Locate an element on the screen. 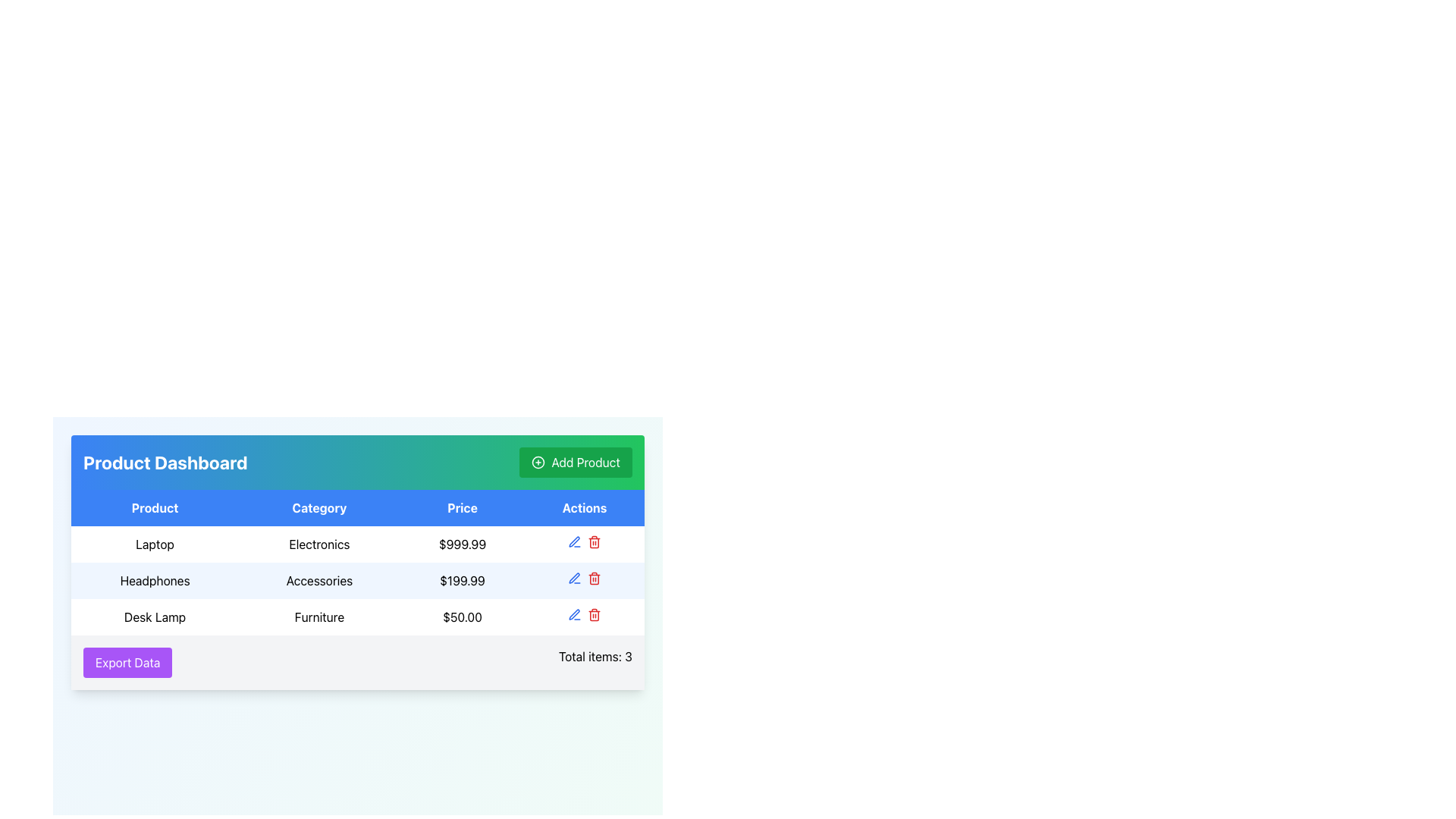 Image resolution: width=1456 pixels, height=819 pixels. the static text displaying the price '$999.99' for the 'Laptop' product in the 'Price' column of the data table is located at coordinates (461, 543).